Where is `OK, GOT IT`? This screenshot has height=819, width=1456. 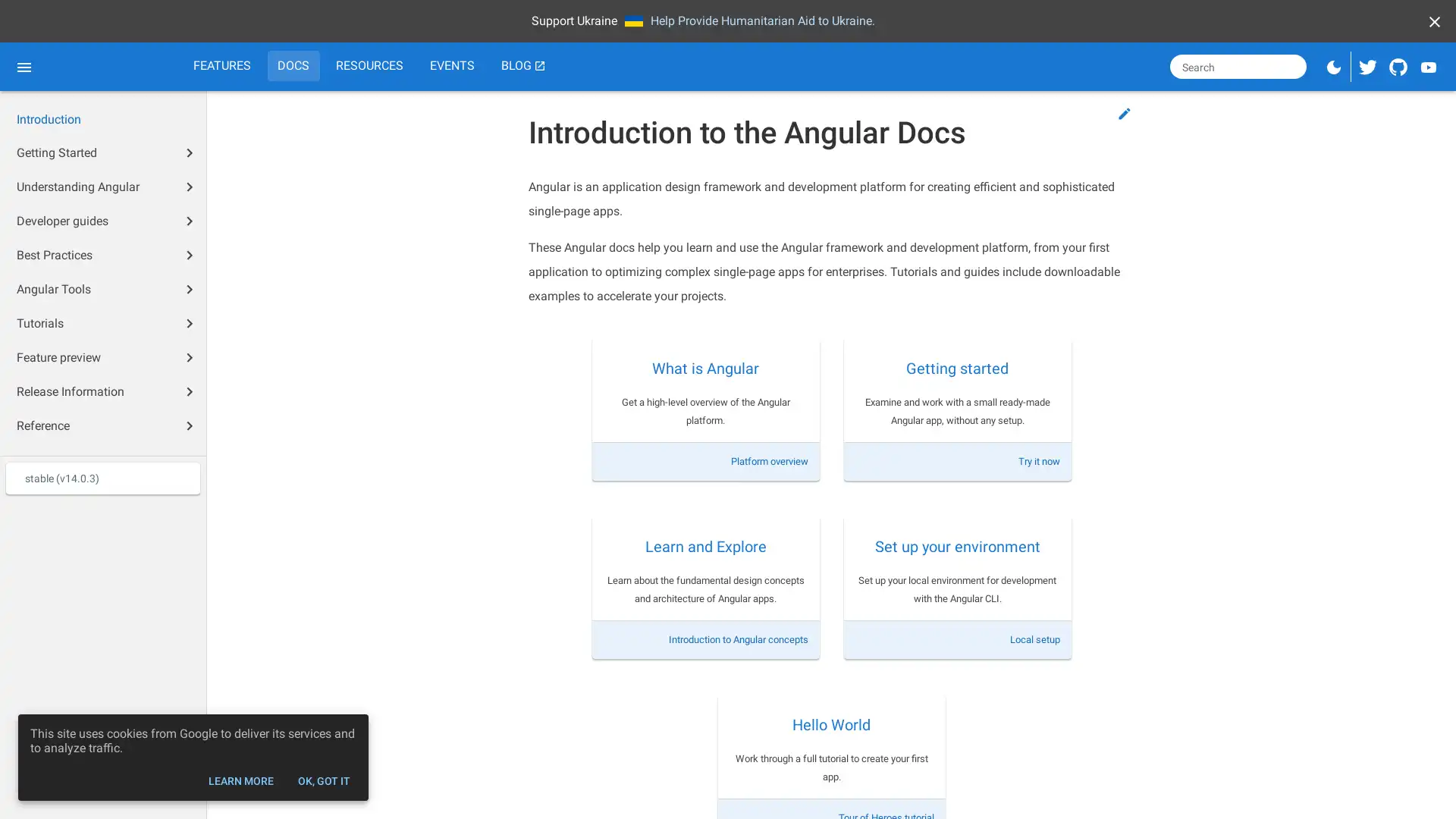
OK, GOT IT is located at coordinates (323, 780).